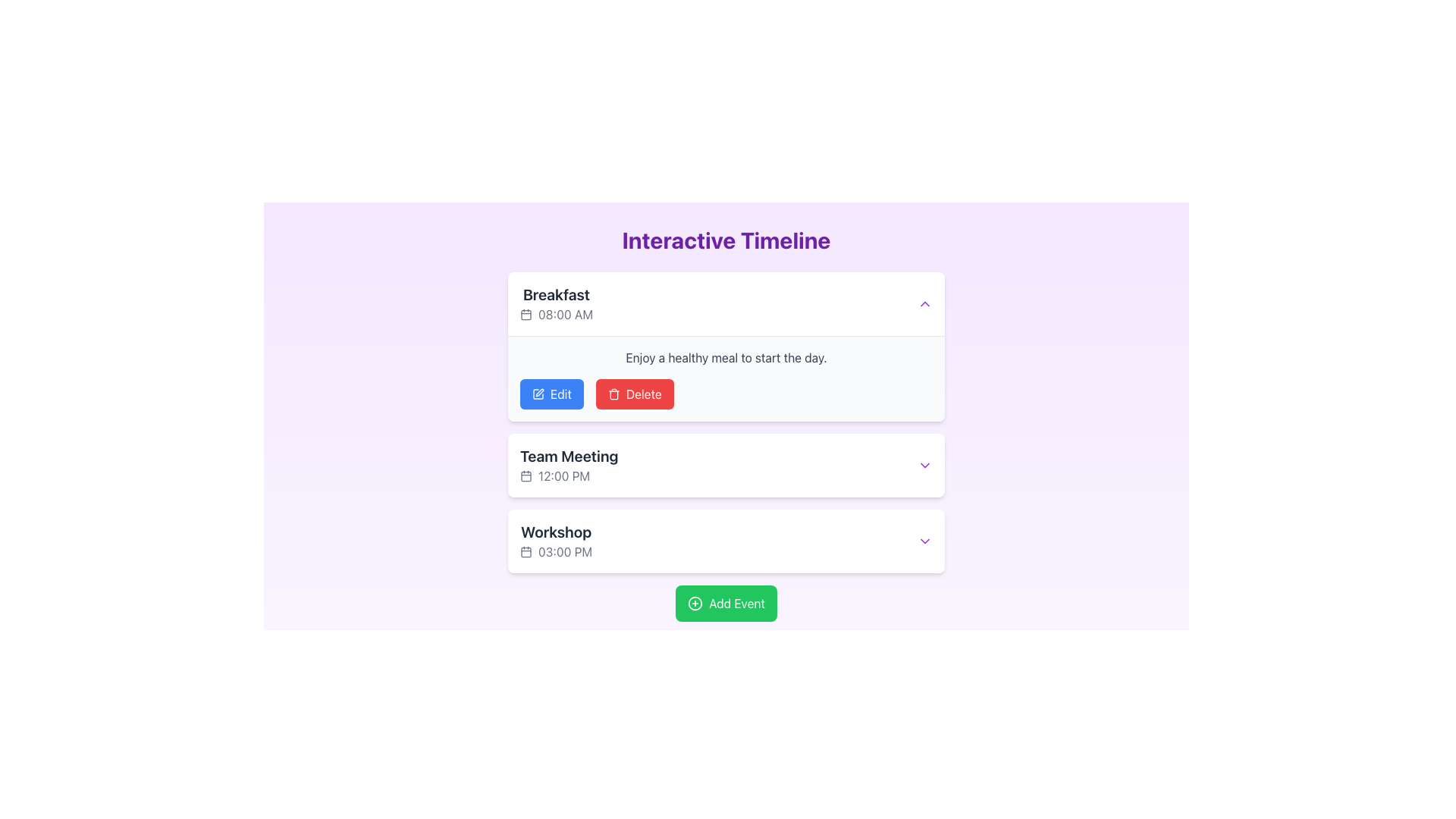  Describe the element at coordinates (555, 552) in the screenshot. I see `the non-interactive informational text displaying the time of the 'Workshop' event in the timeline, located below the 'Workshop' title` at that location.